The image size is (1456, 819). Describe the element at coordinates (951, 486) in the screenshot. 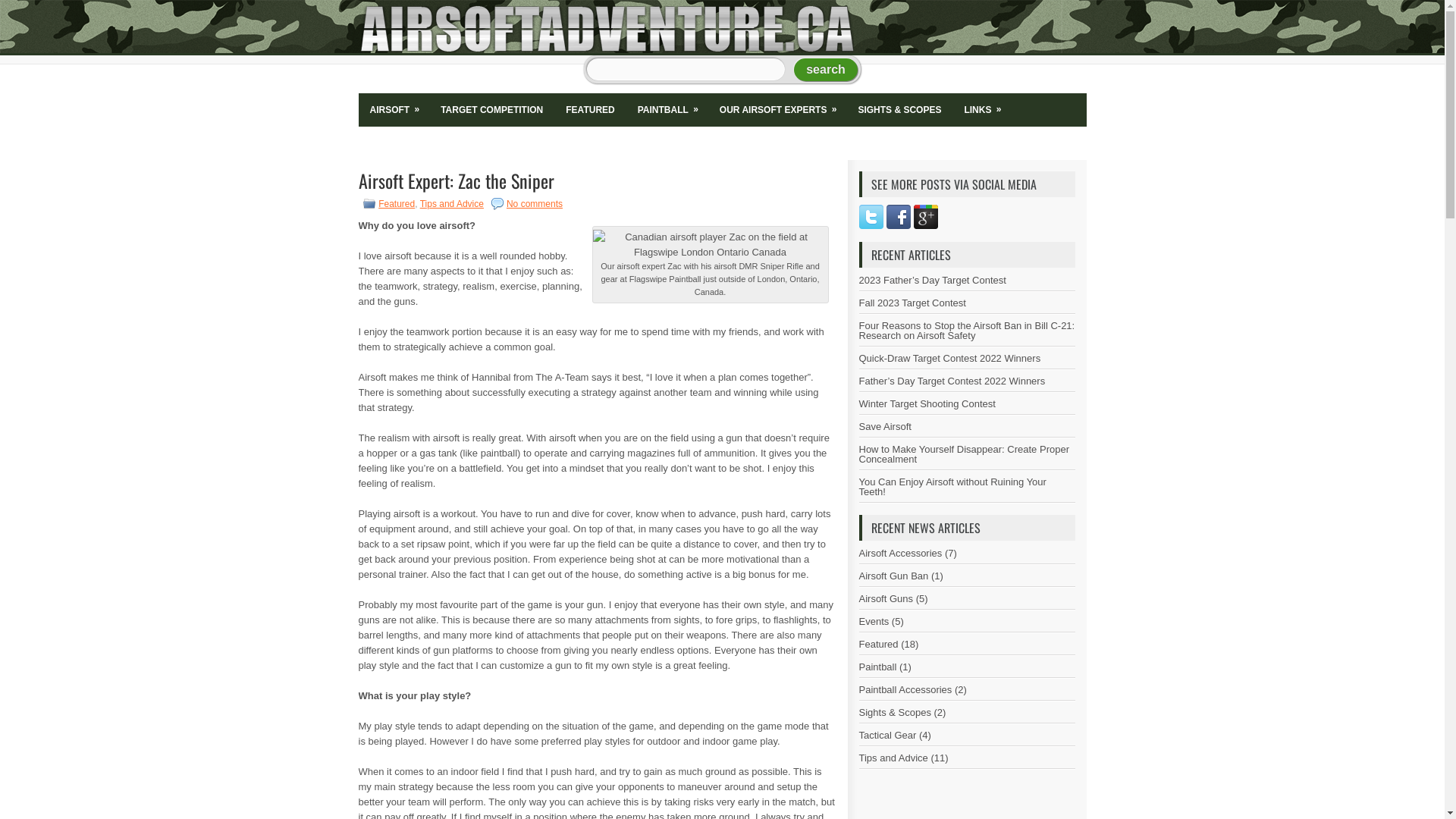

I see `'You Can Enjoy Airsoft without Ruining Your Teeth!'` at that location.